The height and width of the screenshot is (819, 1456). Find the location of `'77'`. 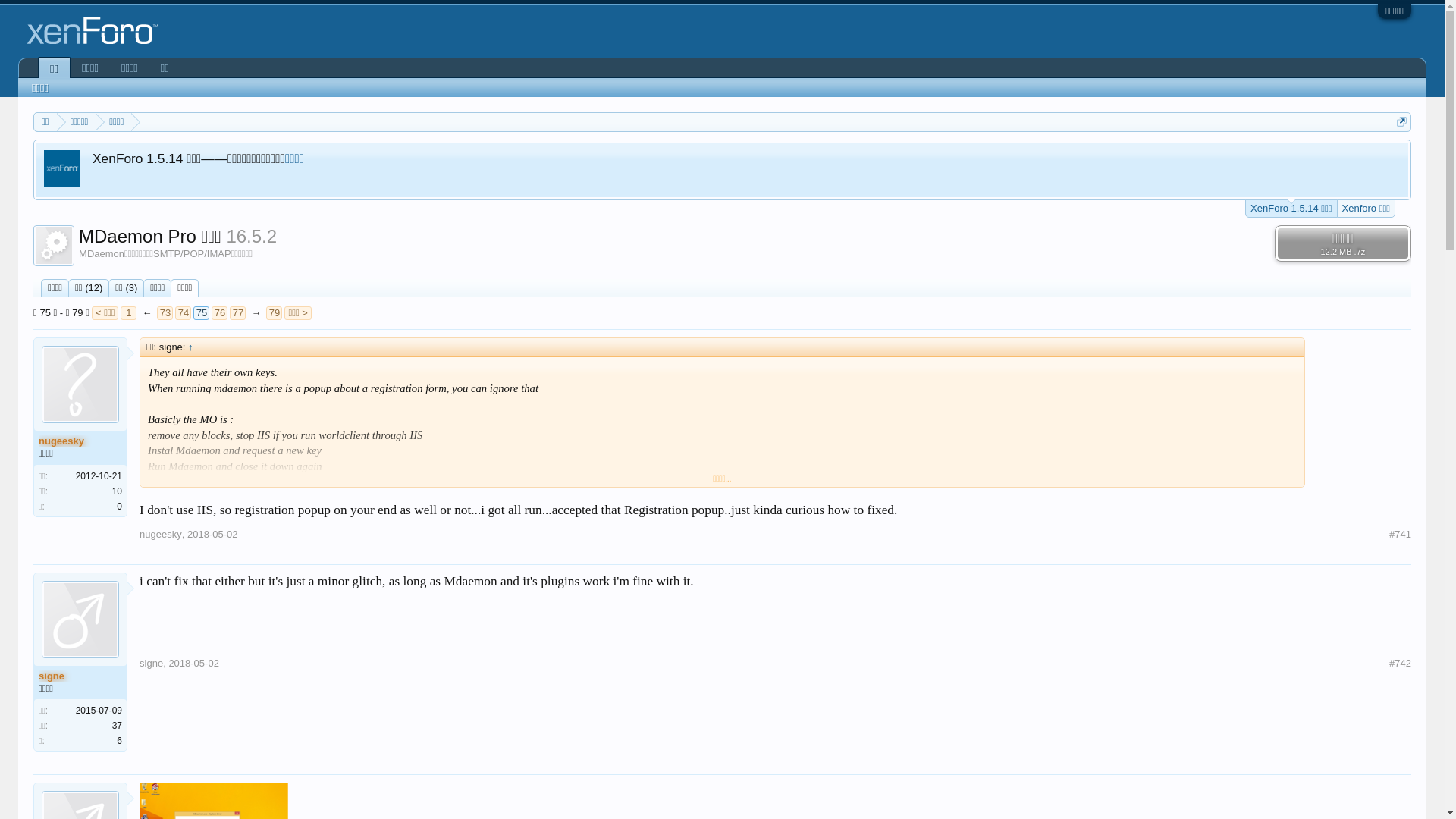

'77' is located at coordinates (237, 312).